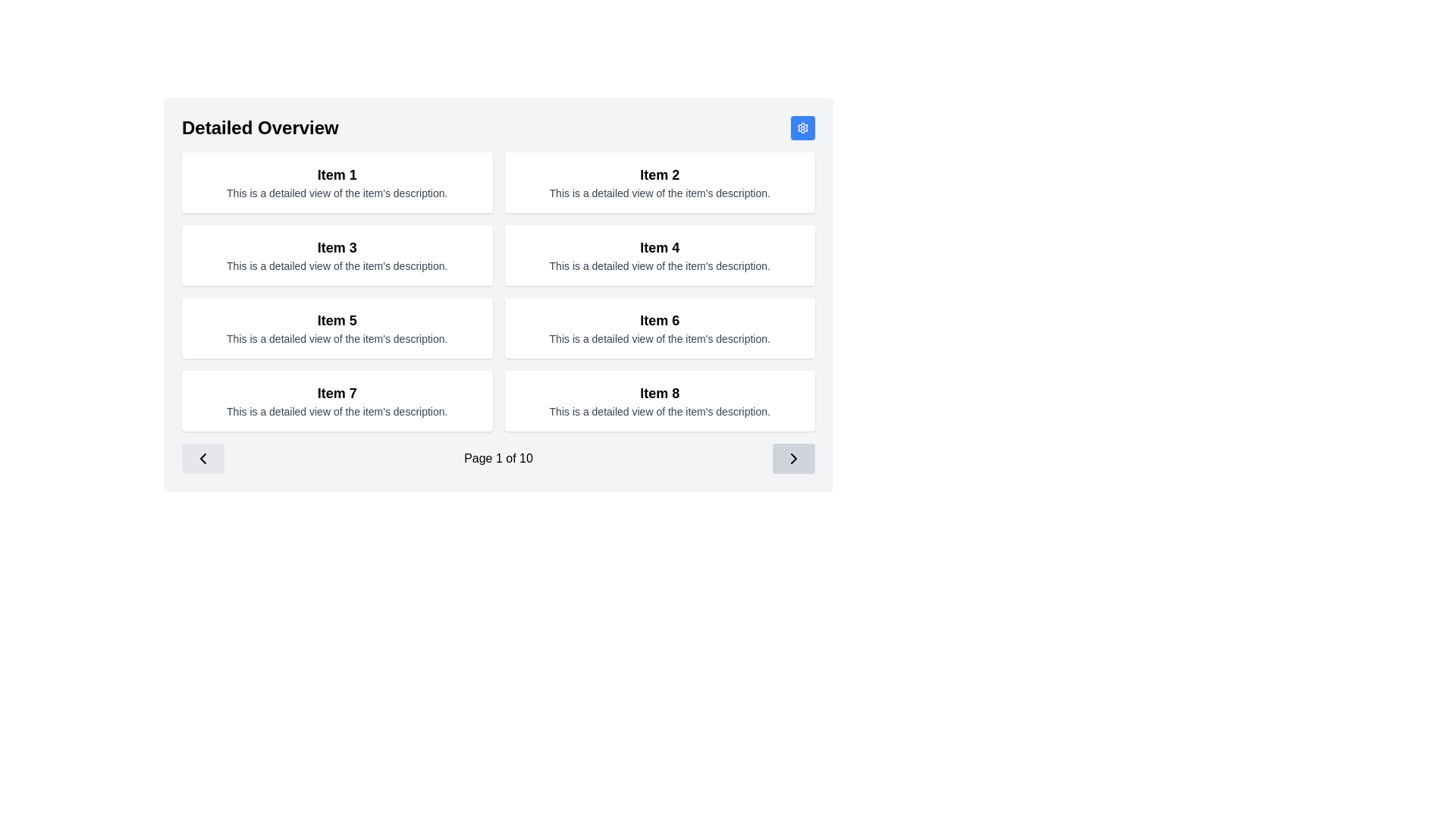 Image resolution: width=1456 pixels, height=819 pixels. What do you see at coordinates (802, 127) in the screenshot?
I see `the settings icon represented by a cogwheel design located in the upper-right corner of the interface` at bounding box center [802, 127].